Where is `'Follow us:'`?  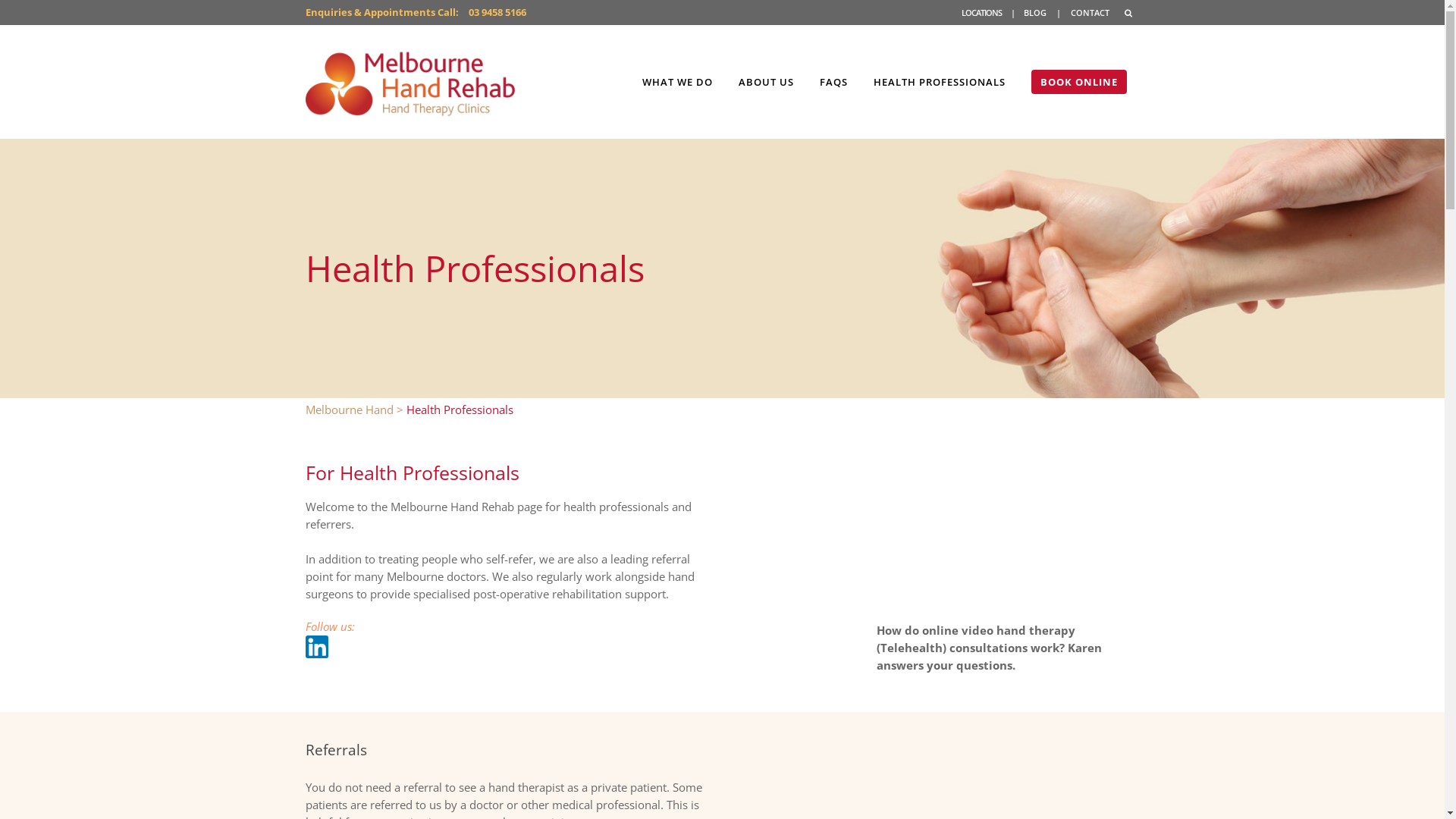
'Follow us:' is located at coordinates (328, 626).